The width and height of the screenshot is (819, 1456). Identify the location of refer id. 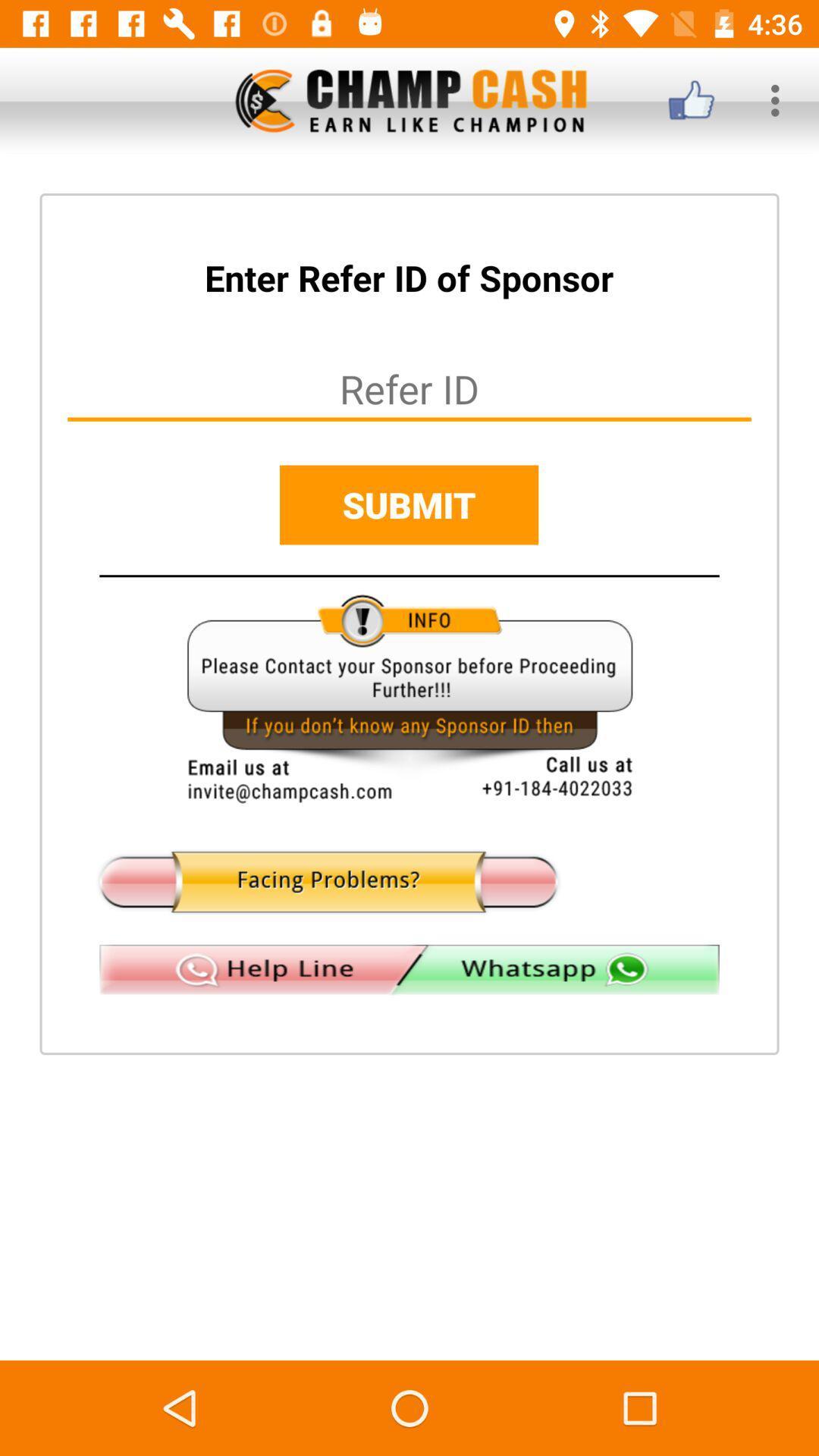
(409, 388).